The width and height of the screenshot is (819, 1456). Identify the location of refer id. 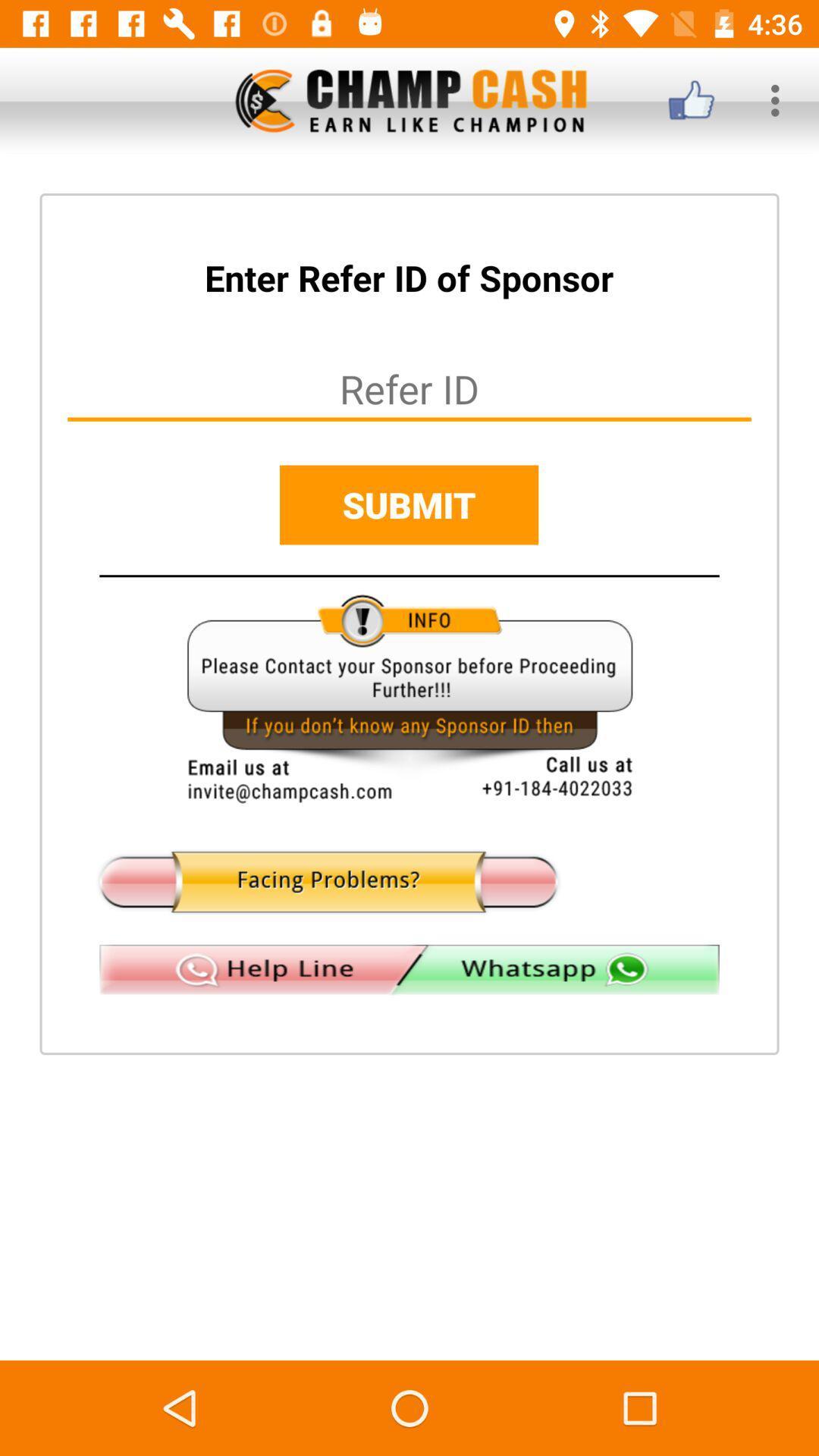
(409, 388).